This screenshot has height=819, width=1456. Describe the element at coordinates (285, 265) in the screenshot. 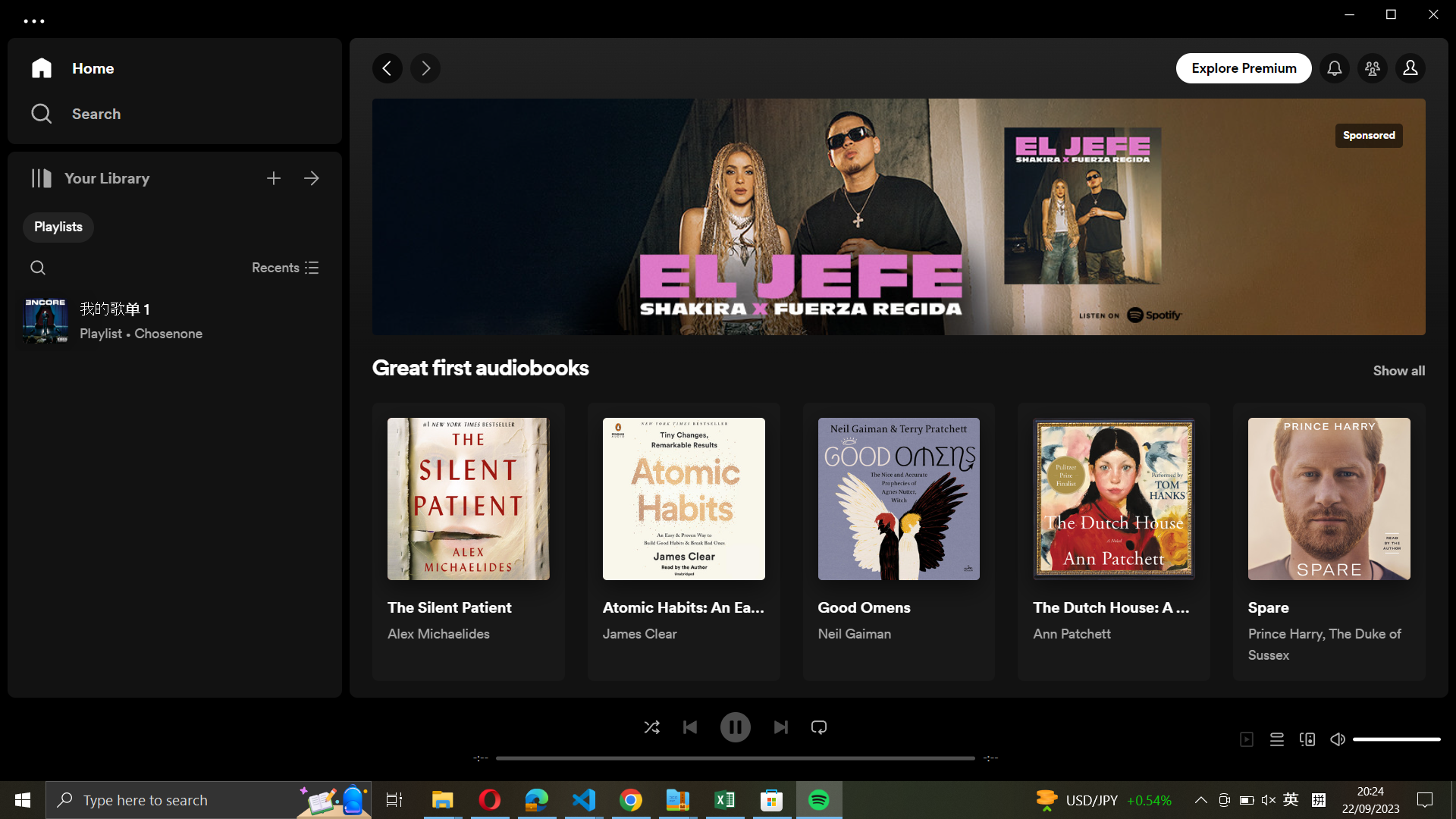

I see `End the currently open audiobook files` at that location.